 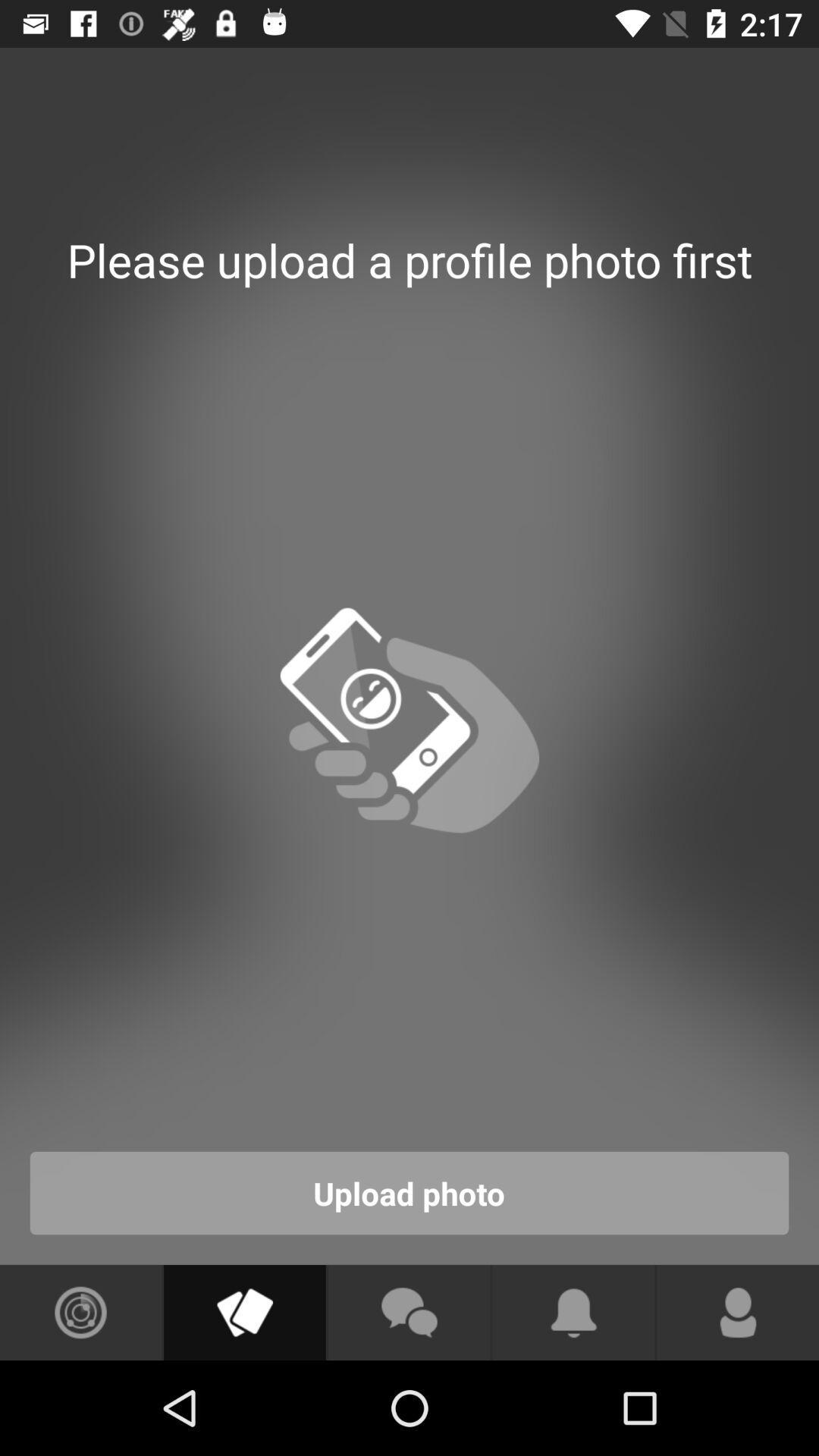 What do you see at coordinates (573, 1312) in the screenshot?
I see `the notifications icon` at bounding box center [573, 1312].